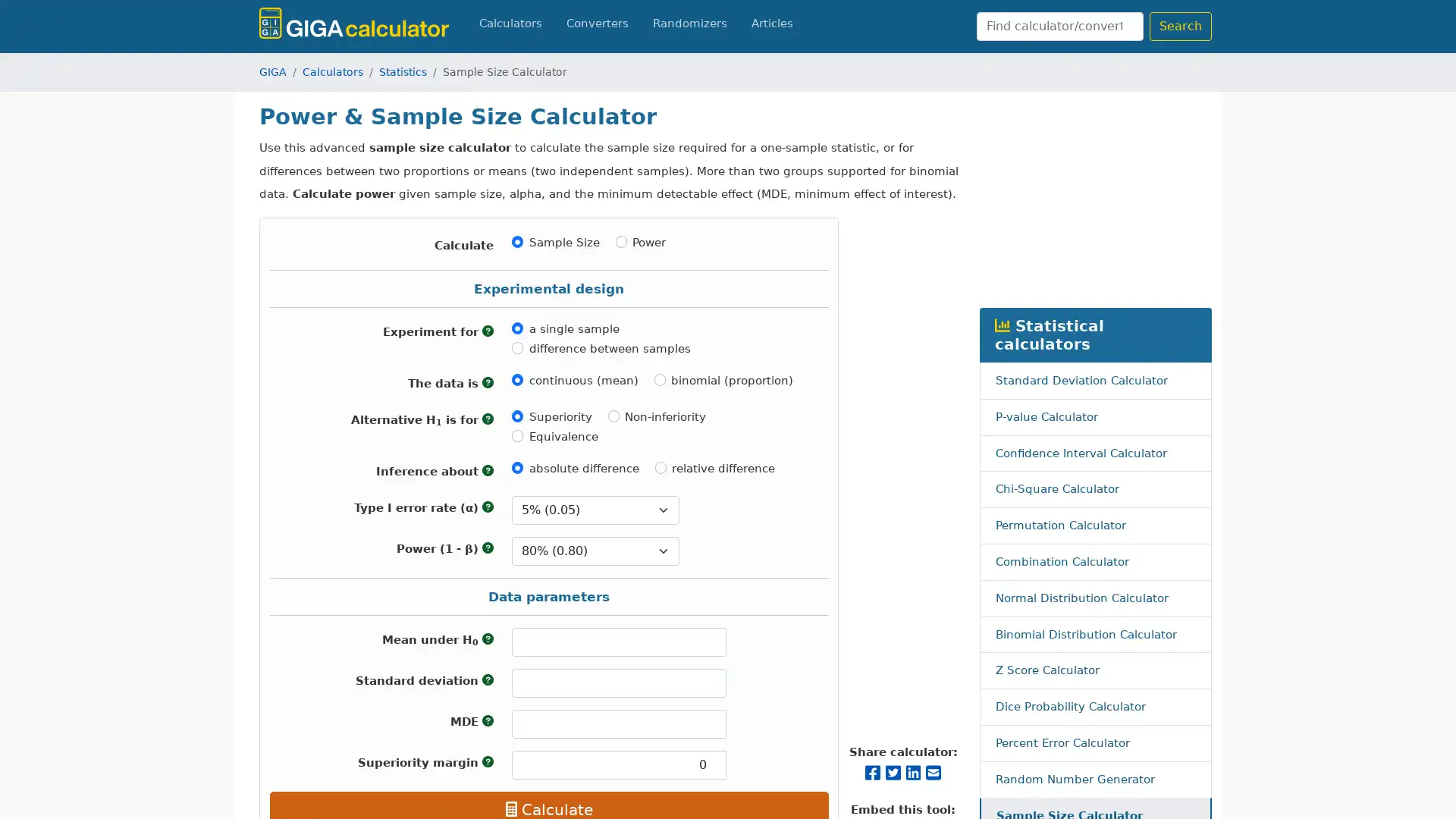  Describe the element at coordinates (487, 470) in the screenshot. I see `Help: Inference about` at that location.